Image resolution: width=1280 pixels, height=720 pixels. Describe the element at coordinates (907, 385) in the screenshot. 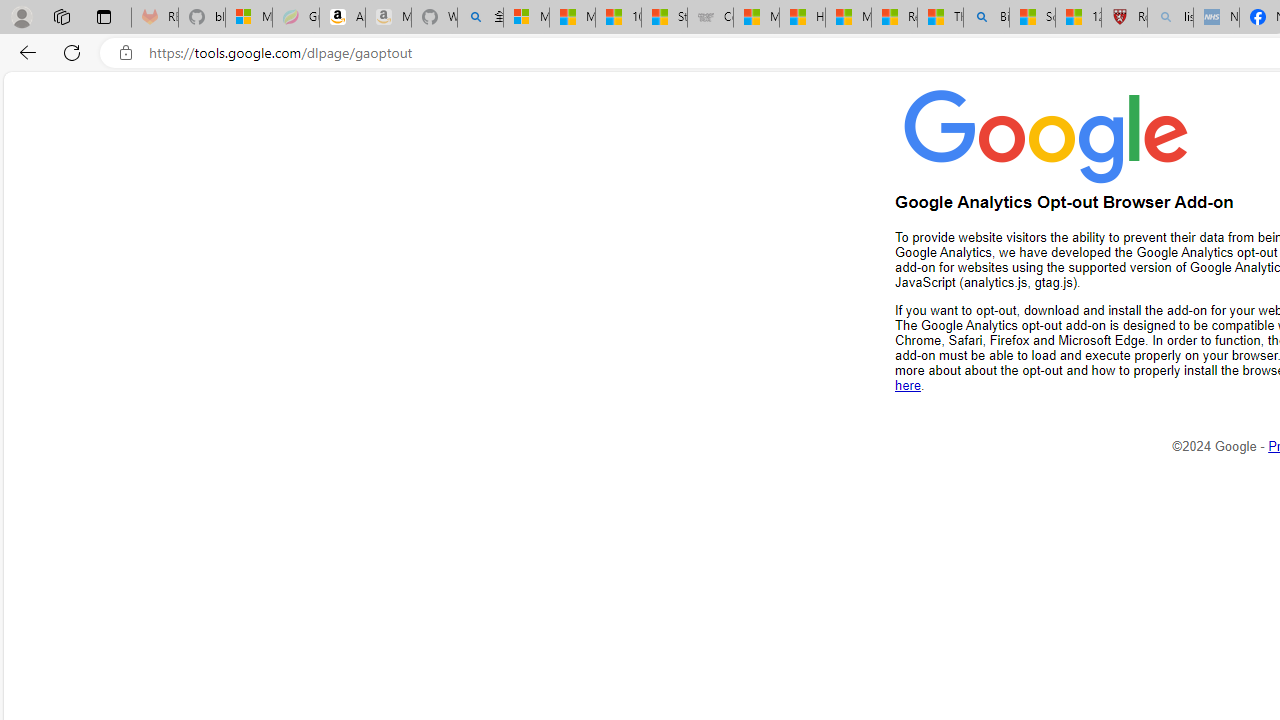

I see `'here'` at that location.